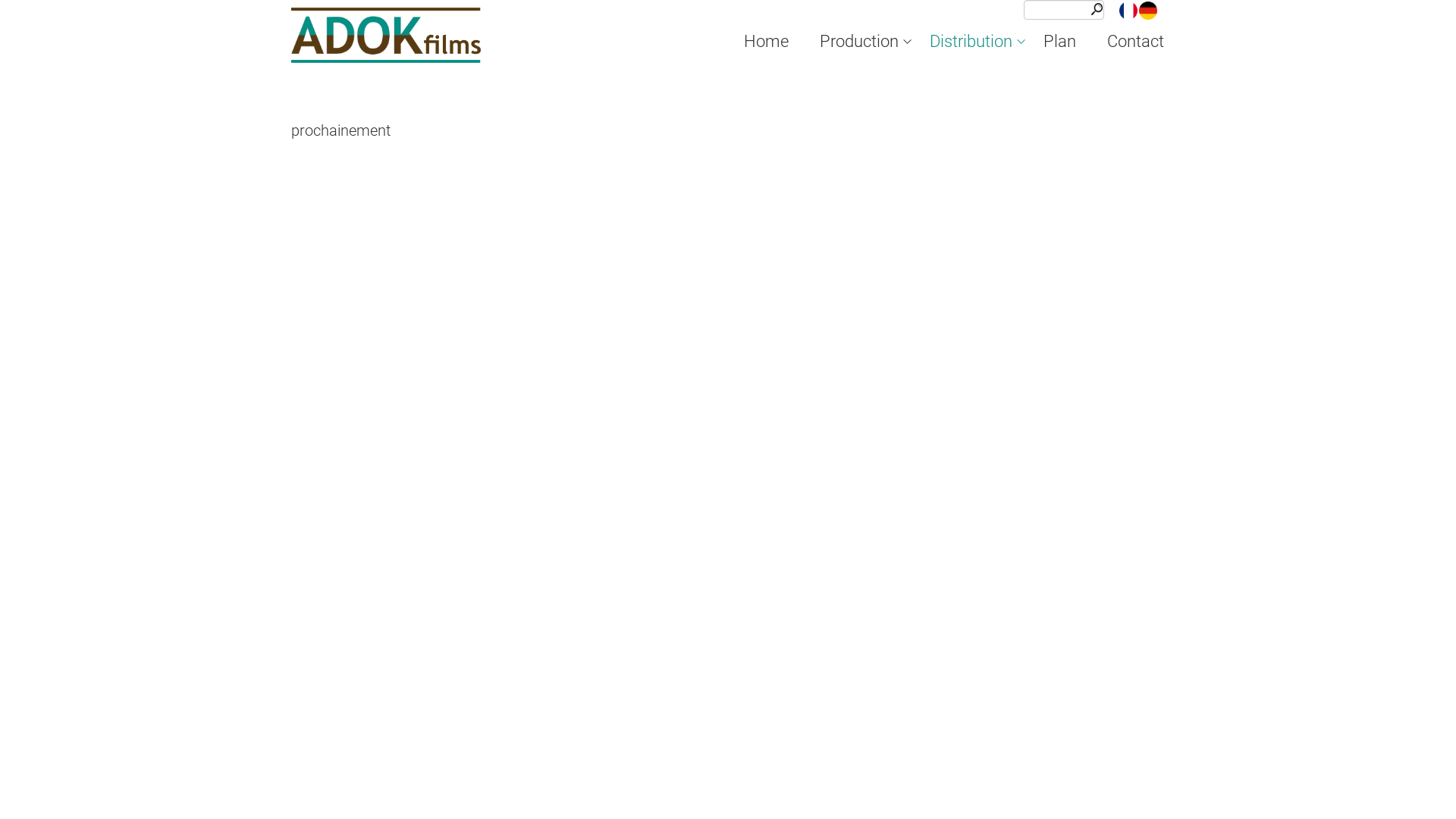  I want to click on 'Plan', so click(1059, 40).